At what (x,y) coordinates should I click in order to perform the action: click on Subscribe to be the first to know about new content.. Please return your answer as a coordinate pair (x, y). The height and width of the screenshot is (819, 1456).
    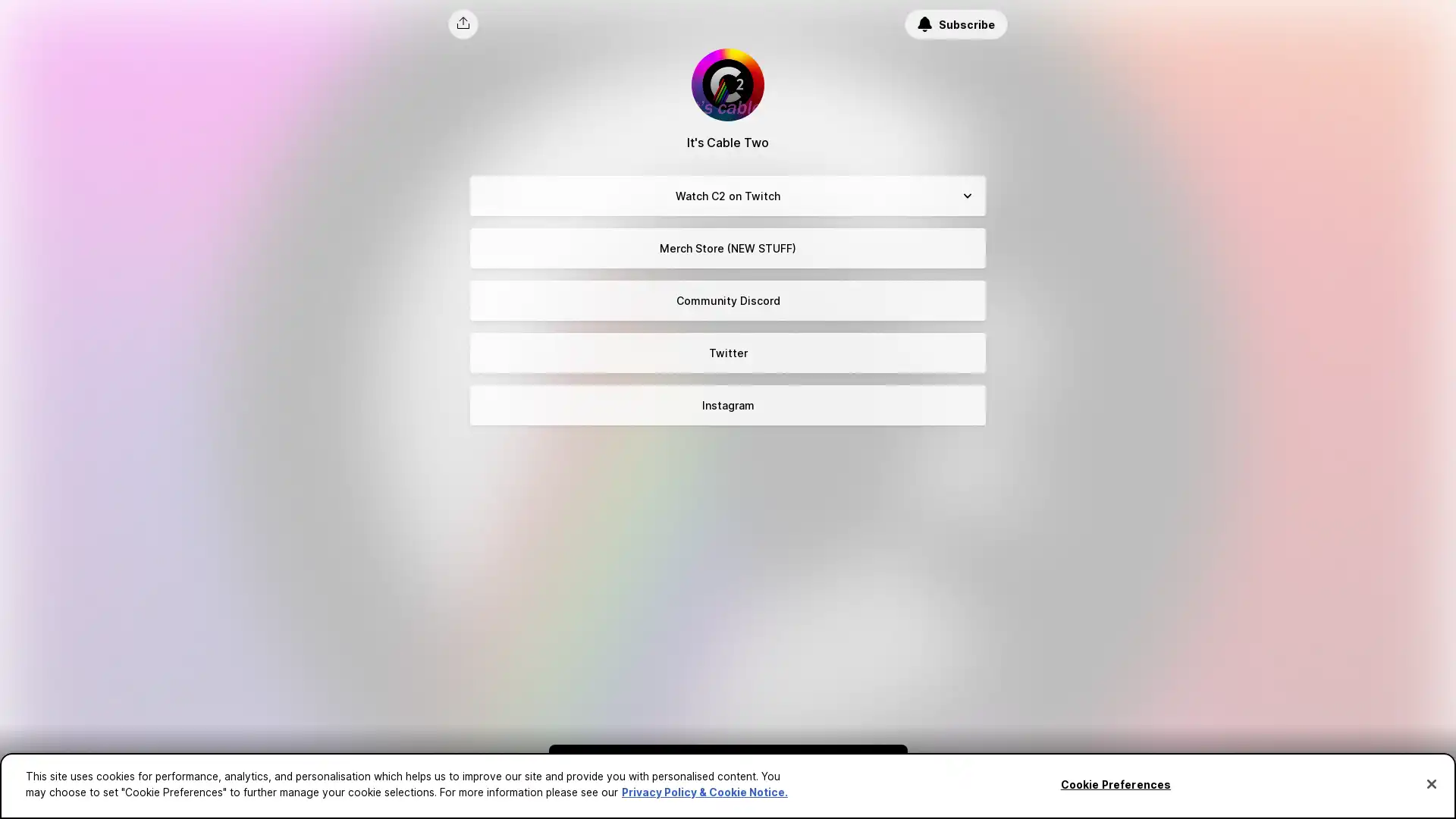
    Looking at the image, I should click on (717, 772).